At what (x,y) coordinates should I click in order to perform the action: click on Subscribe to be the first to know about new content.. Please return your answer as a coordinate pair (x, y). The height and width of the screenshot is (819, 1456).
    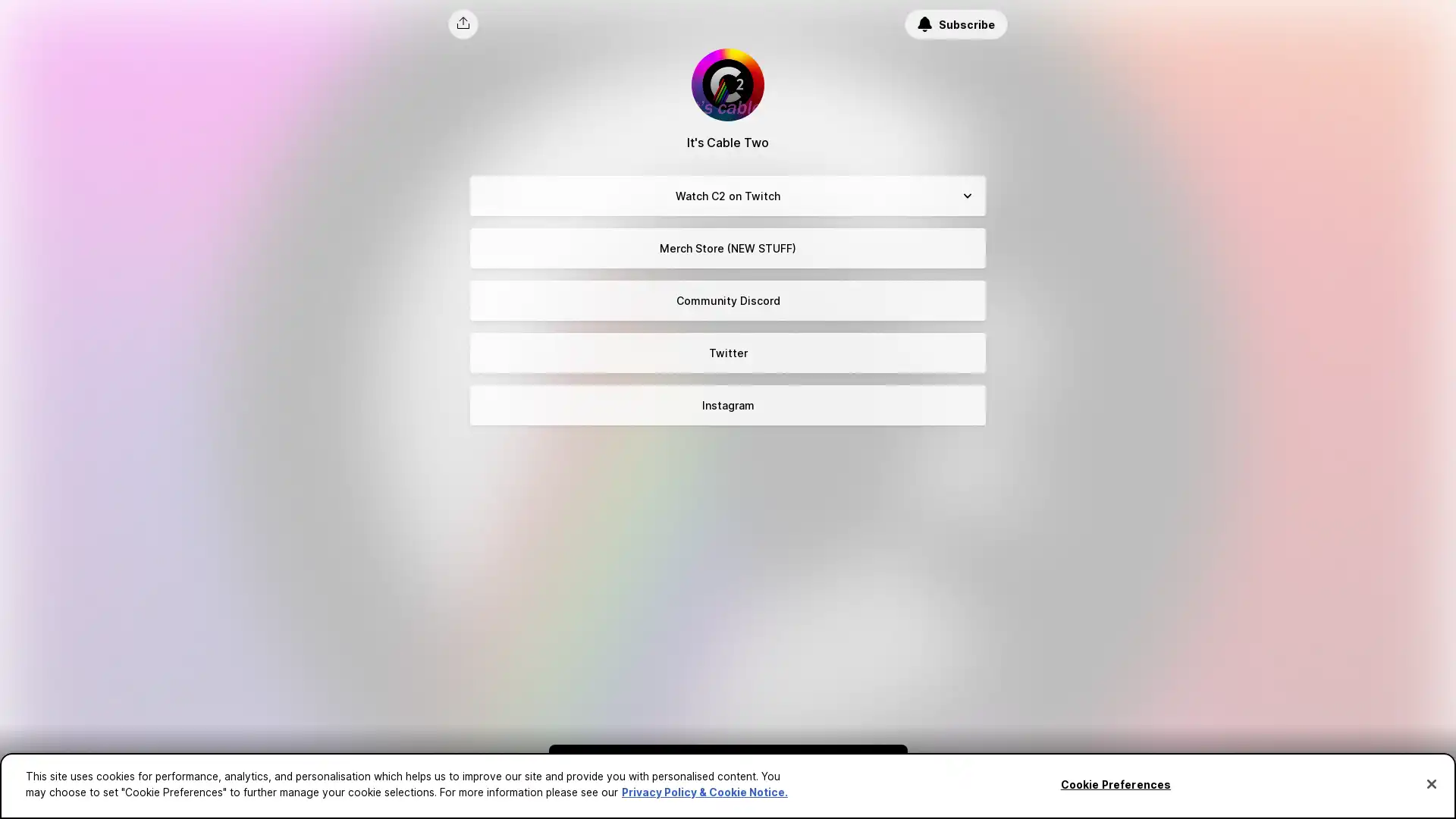
    Looking at the image, I should click on (717, 772).